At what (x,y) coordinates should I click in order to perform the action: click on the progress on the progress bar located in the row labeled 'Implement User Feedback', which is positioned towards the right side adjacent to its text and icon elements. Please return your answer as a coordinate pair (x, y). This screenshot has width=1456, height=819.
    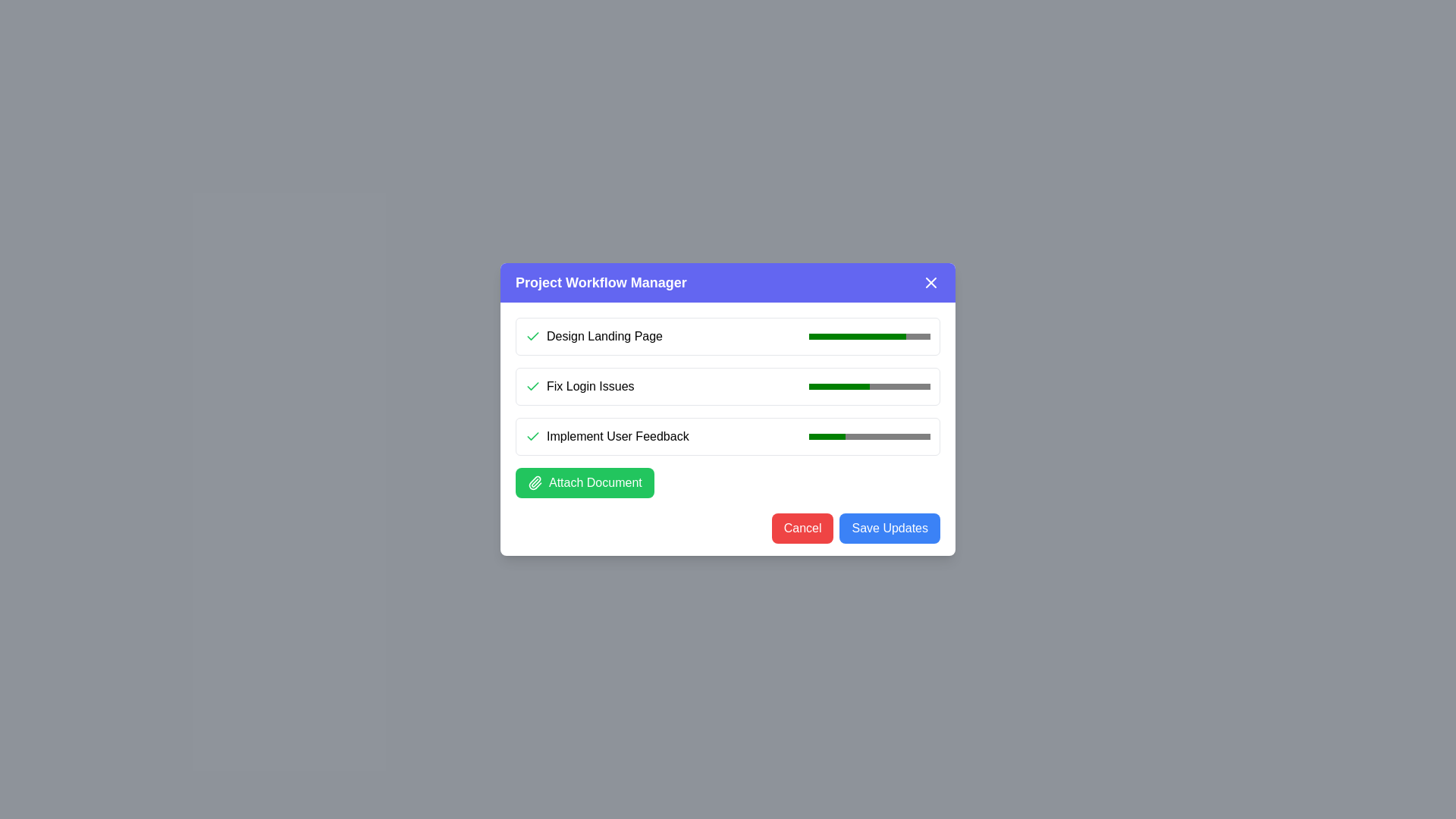
    Looking at the image, I should click on (870, 436).